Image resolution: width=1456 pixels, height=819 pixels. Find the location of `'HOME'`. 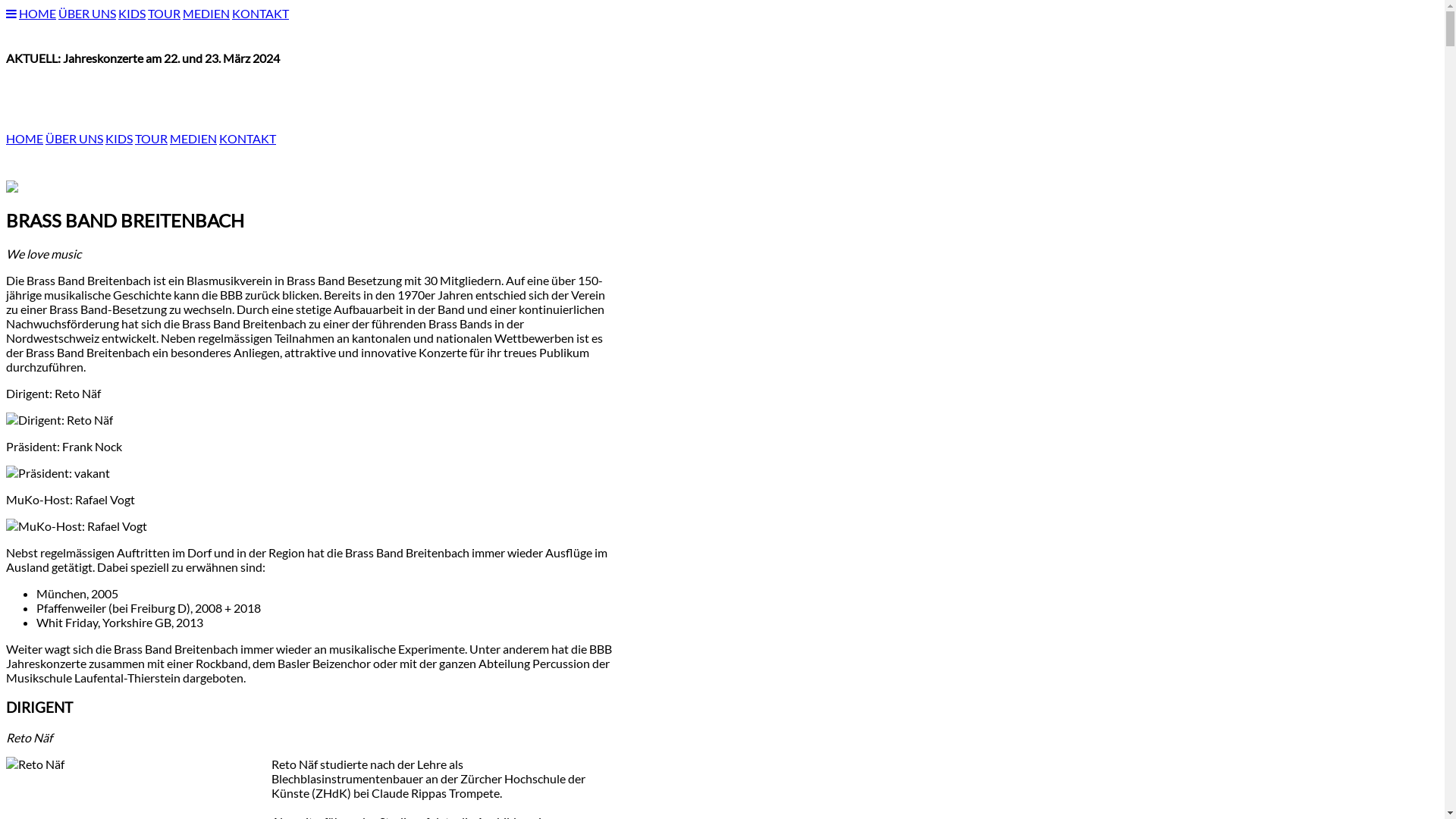

'HOME' is located at coordinates (6, 138).